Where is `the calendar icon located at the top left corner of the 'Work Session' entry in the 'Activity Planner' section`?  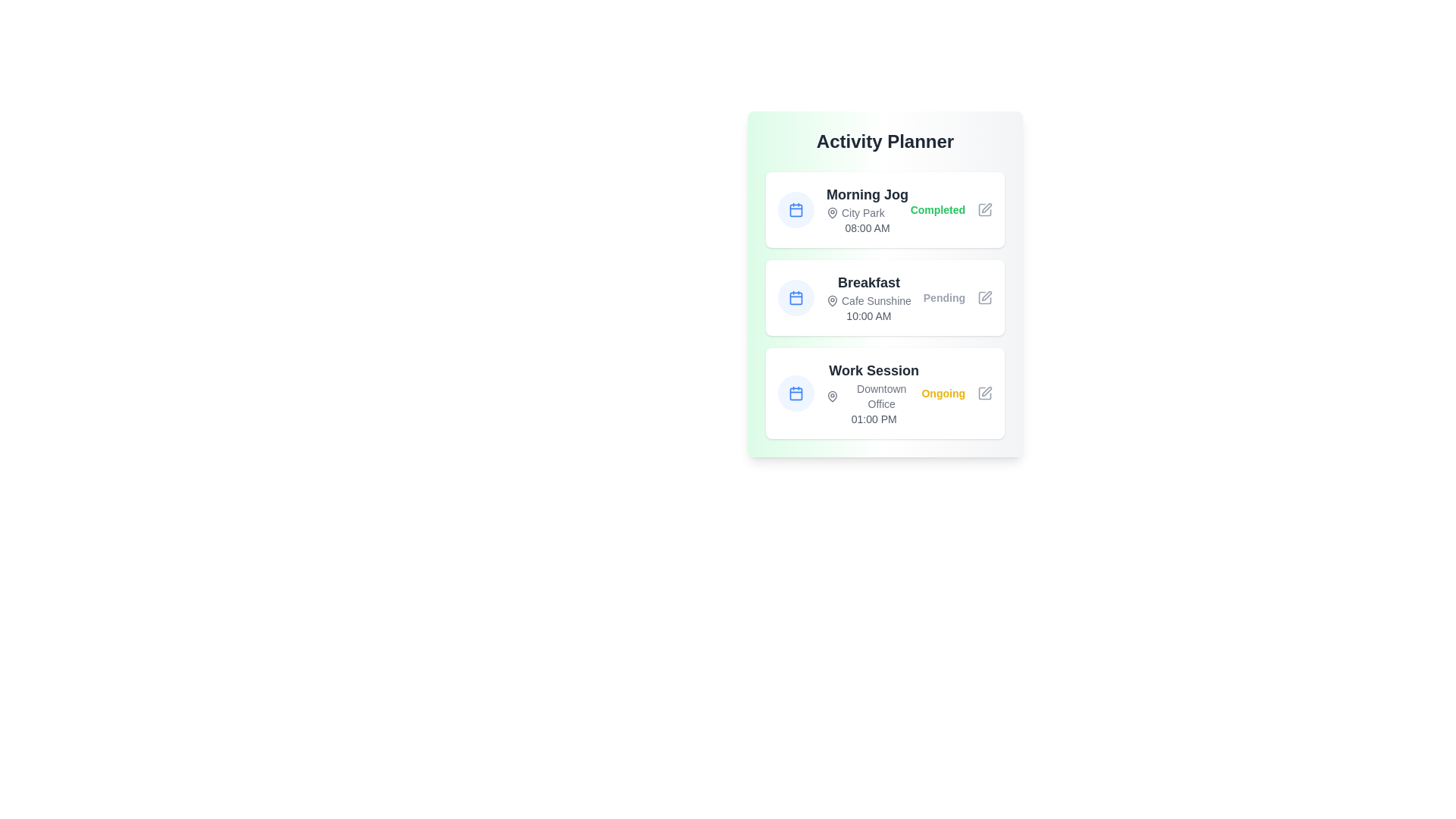
the calendar icon located at the top left corner of the 'Work Session' entry in the 'Activity Planner' section is located at coordinates (795, 393).